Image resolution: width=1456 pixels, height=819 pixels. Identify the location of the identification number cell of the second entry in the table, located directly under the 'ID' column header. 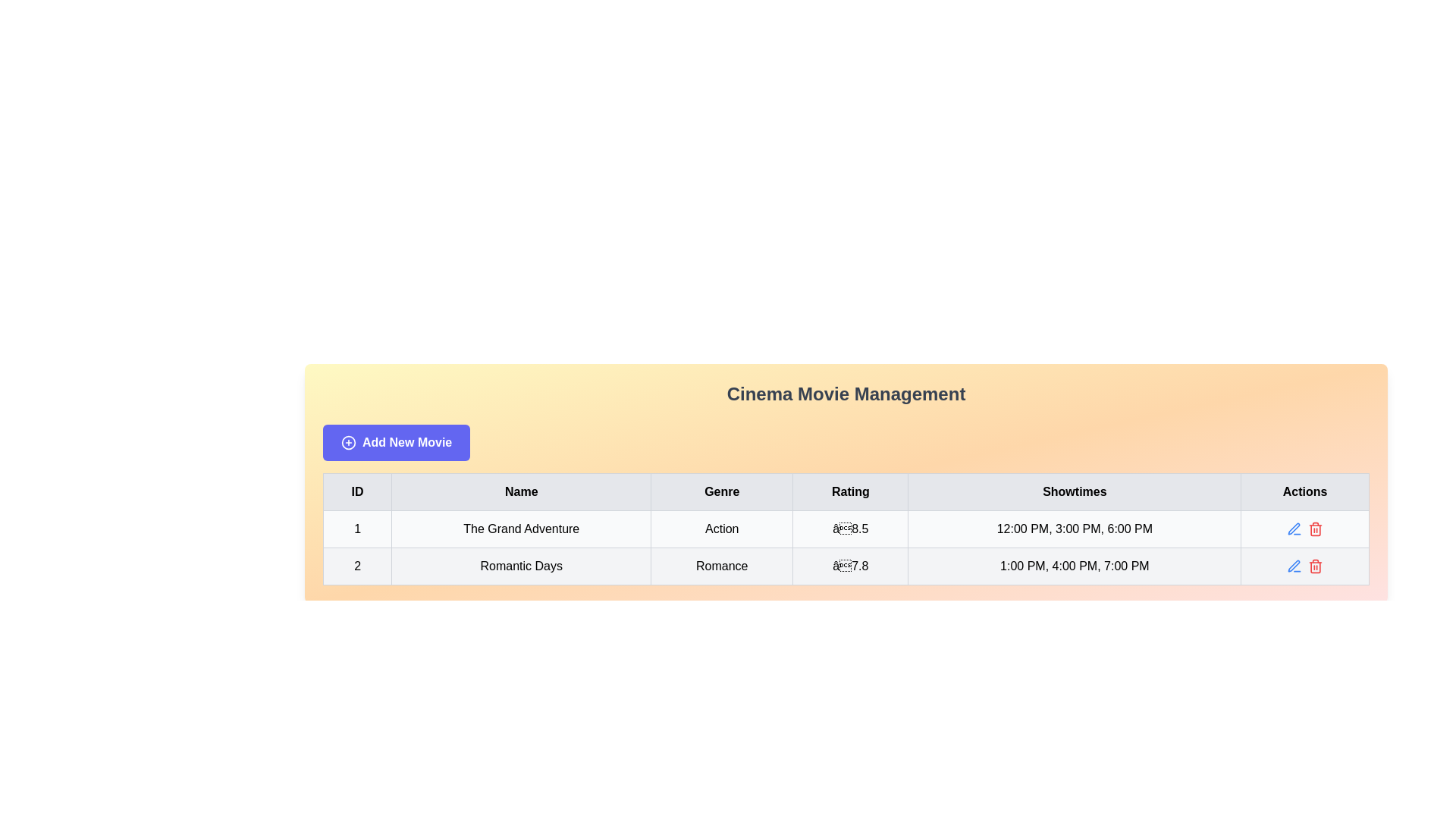
(356, 566).